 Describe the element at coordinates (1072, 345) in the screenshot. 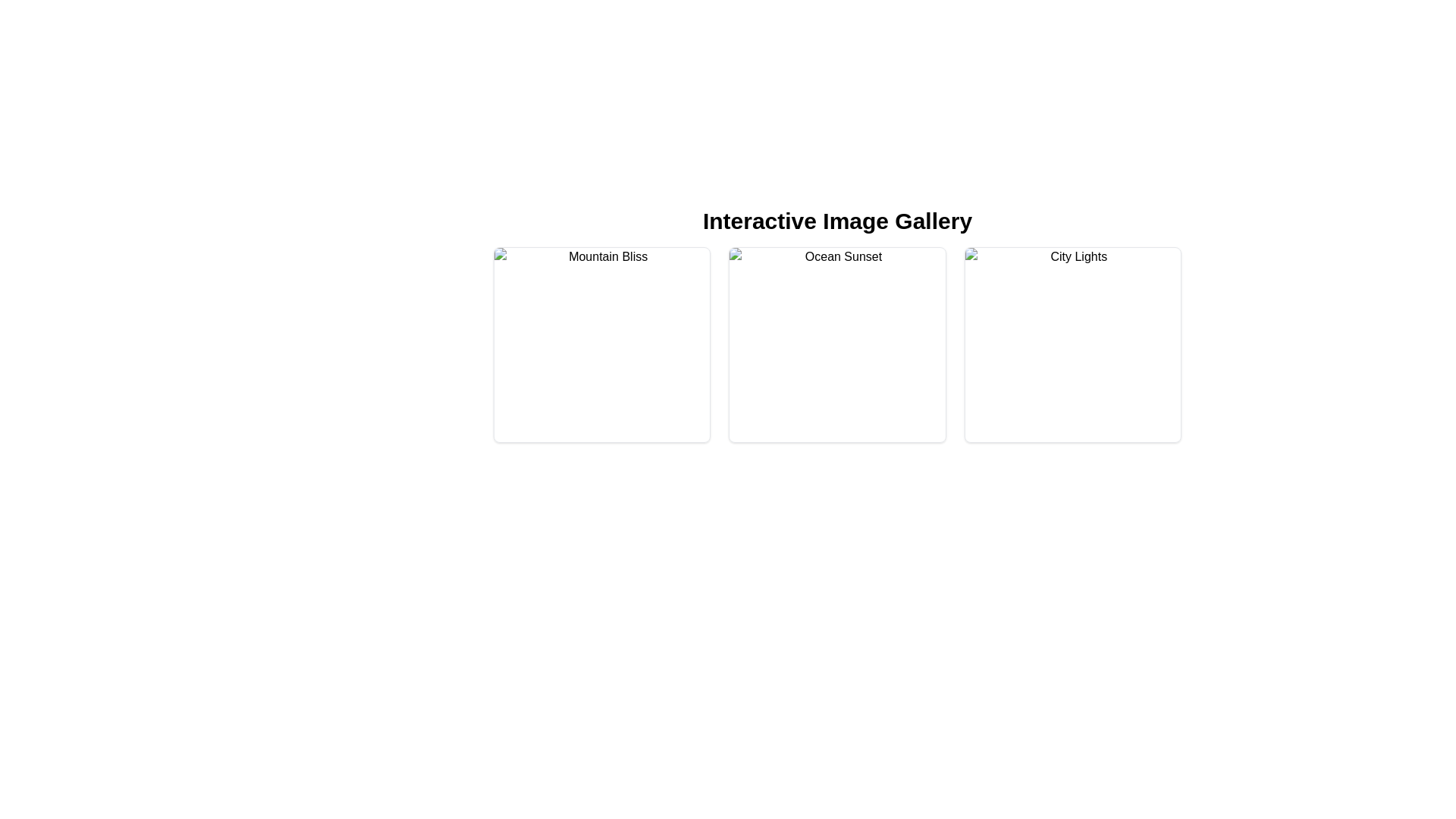

I see `the image labeled 'City Lights' in the rightmost card of the interactive image gallery` at that location.